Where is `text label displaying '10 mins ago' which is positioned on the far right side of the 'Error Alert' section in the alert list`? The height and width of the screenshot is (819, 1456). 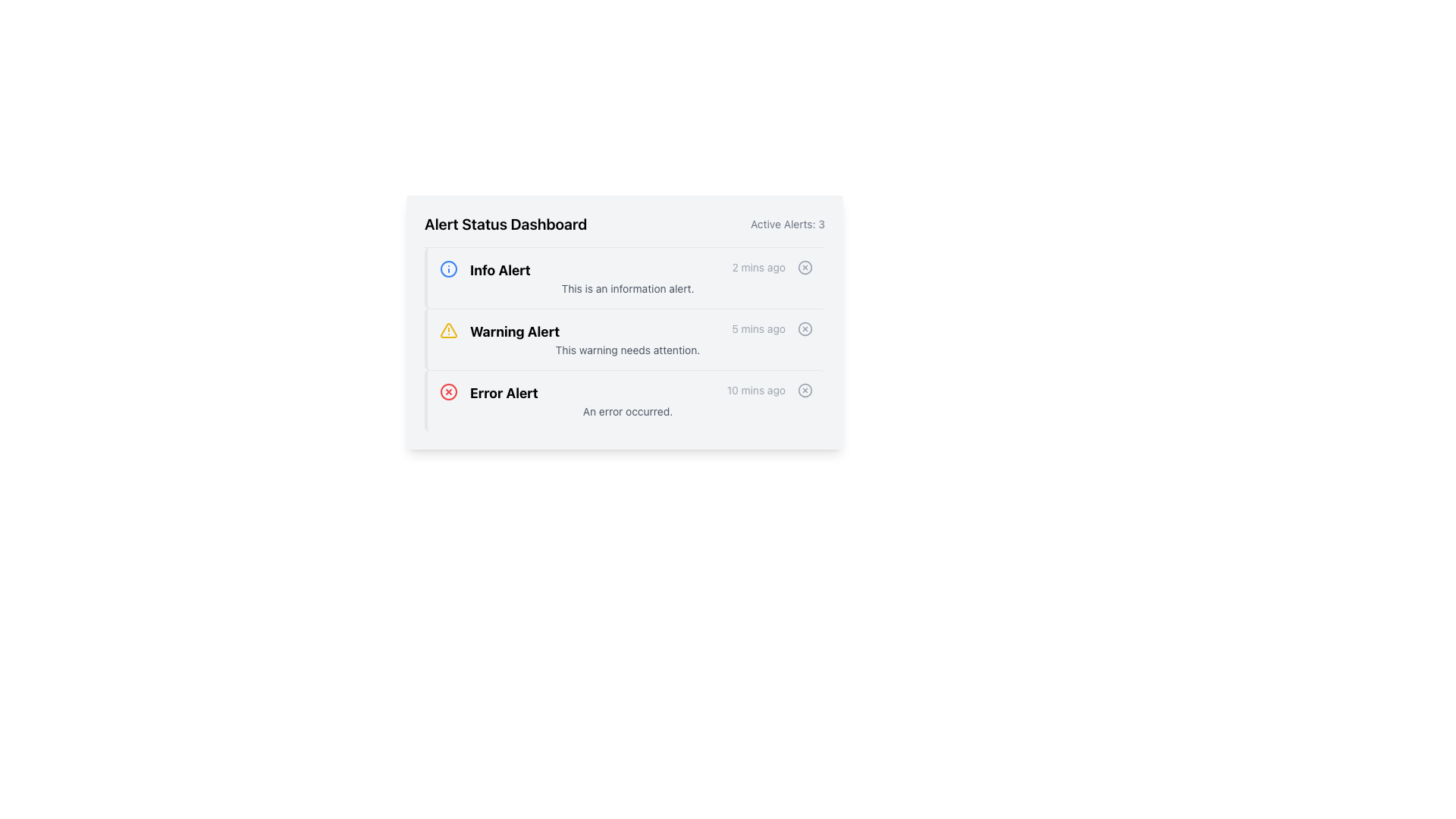
text label displaying '10 mins ago' which is positioned on the far right side of the 'Error Alert' section in the alert list is located at coordinates (756, 393).